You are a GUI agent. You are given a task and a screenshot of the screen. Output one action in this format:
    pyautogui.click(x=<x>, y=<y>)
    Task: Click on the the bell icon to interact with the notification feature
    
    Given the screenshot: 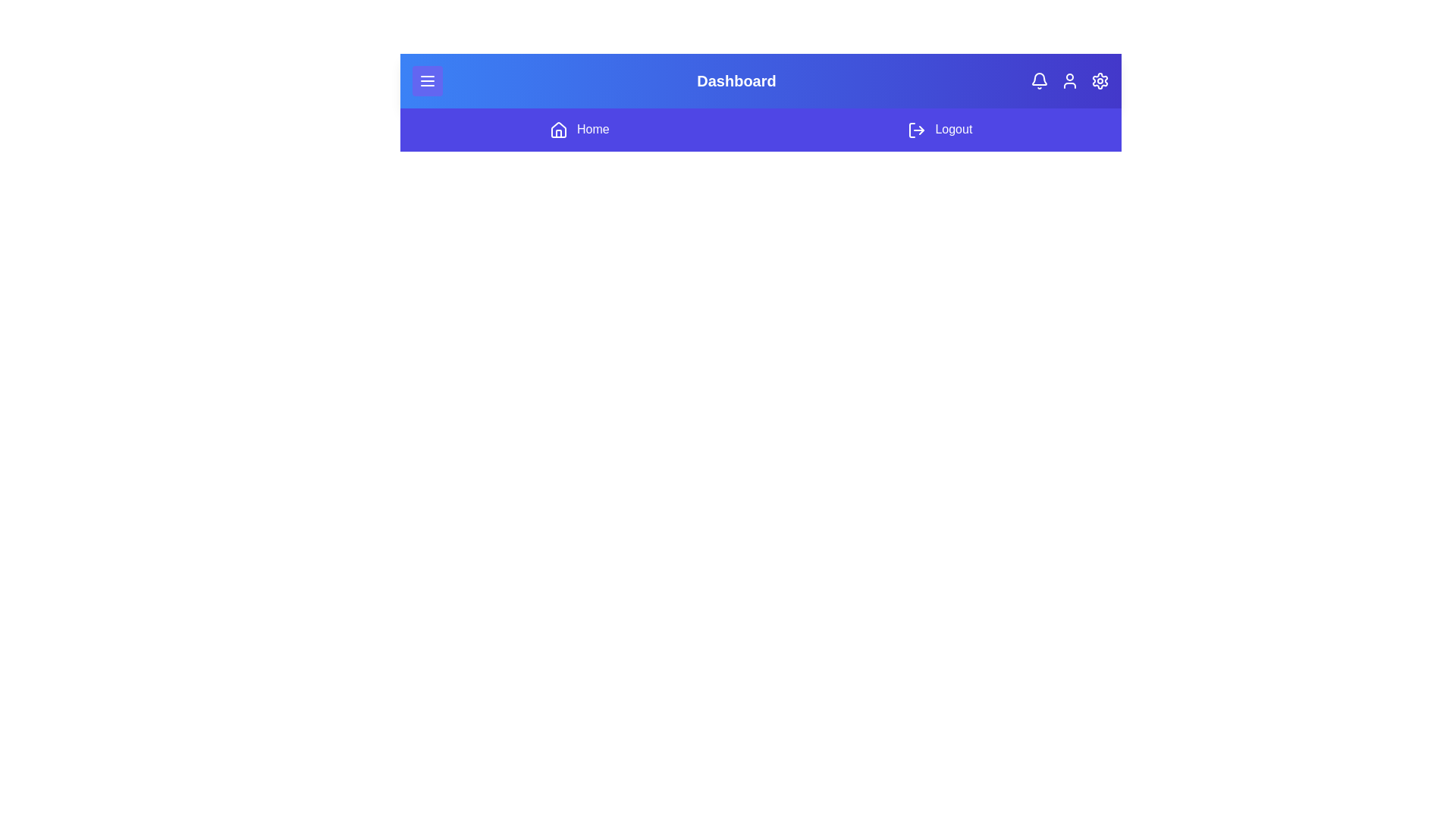 What is the action you would take?
    pyautogui.click(x=1039, y=81)
    